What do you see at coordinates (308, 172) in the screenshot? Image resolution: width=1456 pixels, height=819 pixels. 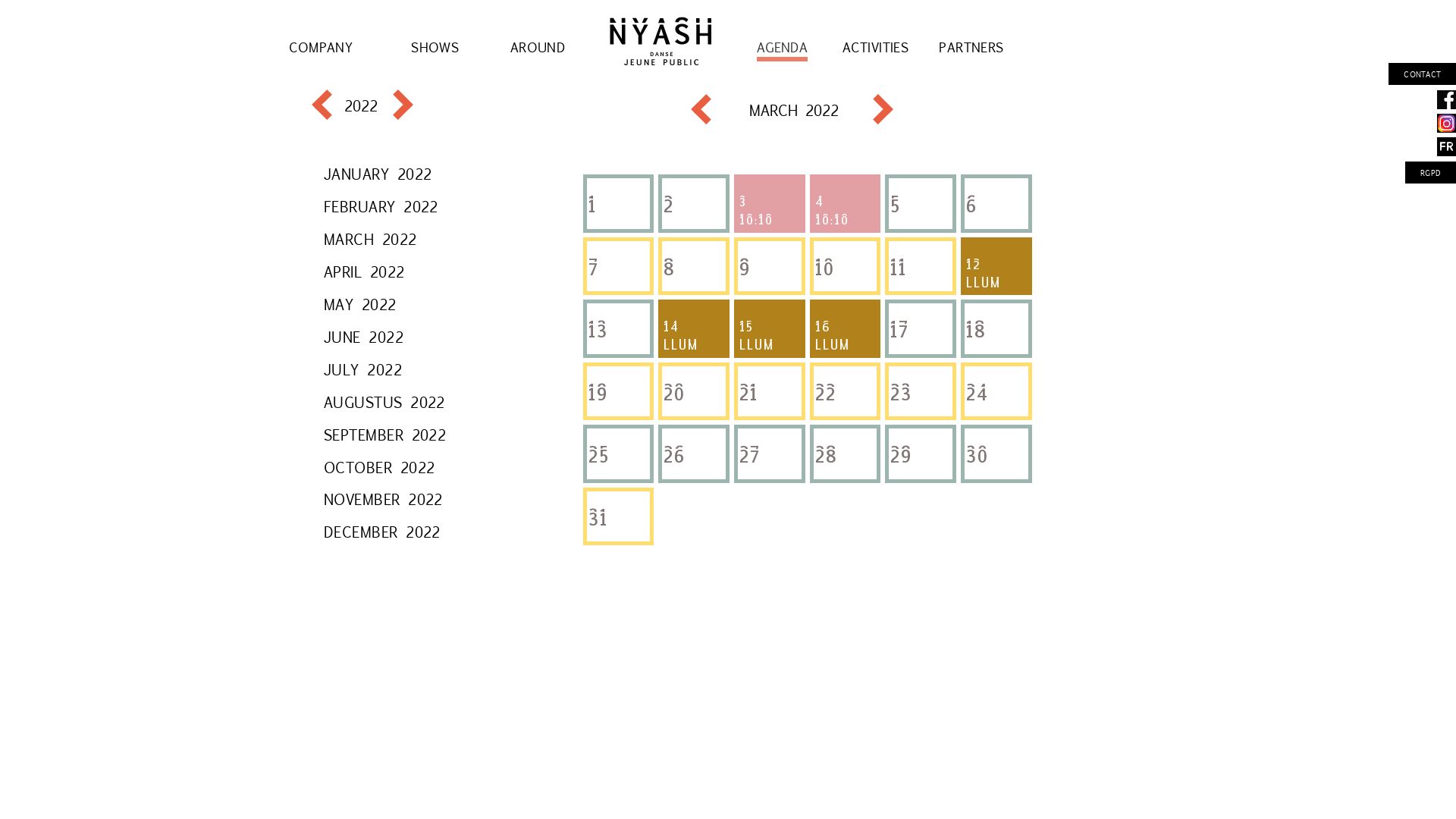 I see `'JANUARY 2022'` at bounding box center [308, 172].